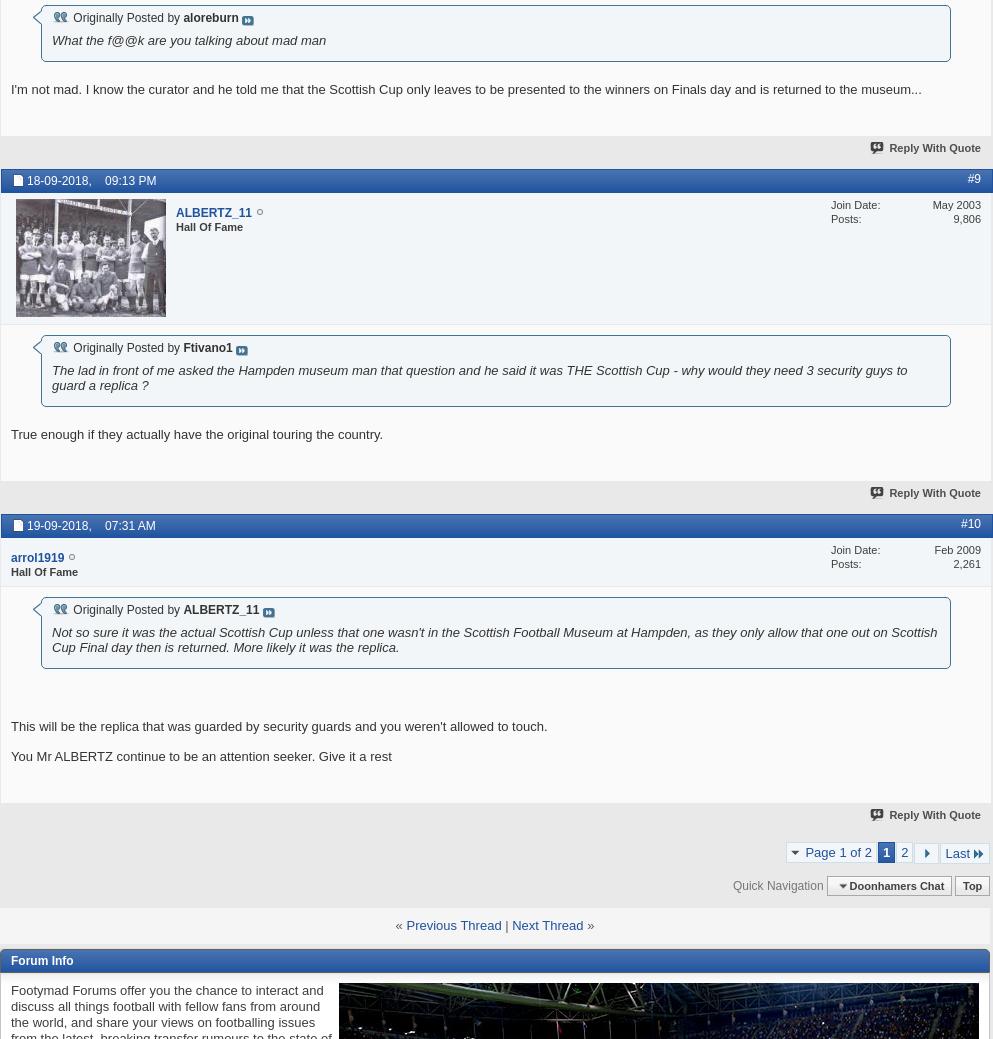 Image resolution: width=993 pixels, height=1039 pixels. Describe the element at coordinates (546, 924) in the screenshot. I see `'Next Thread'` at that location.